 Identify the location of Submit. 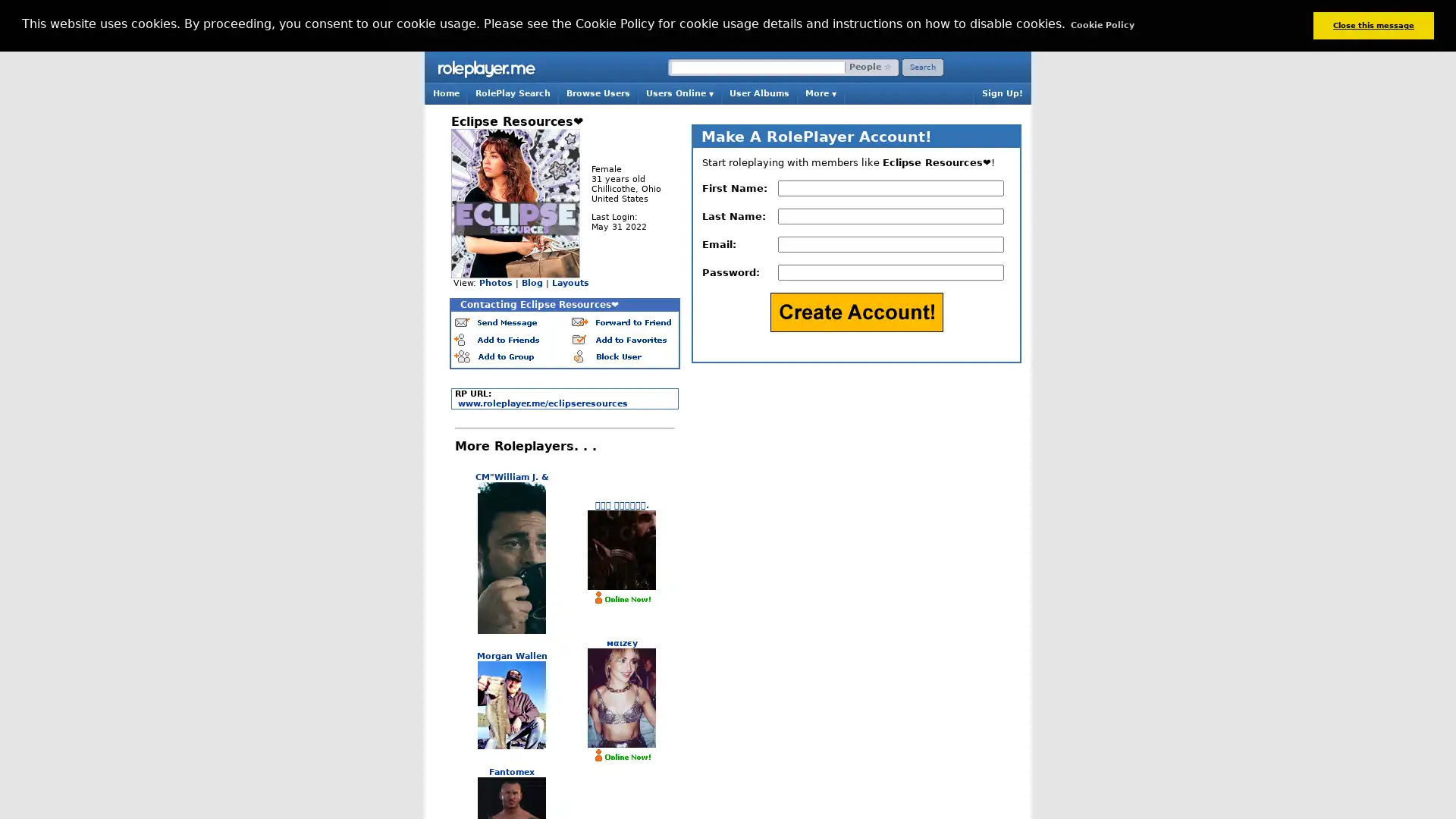
(855, 311).